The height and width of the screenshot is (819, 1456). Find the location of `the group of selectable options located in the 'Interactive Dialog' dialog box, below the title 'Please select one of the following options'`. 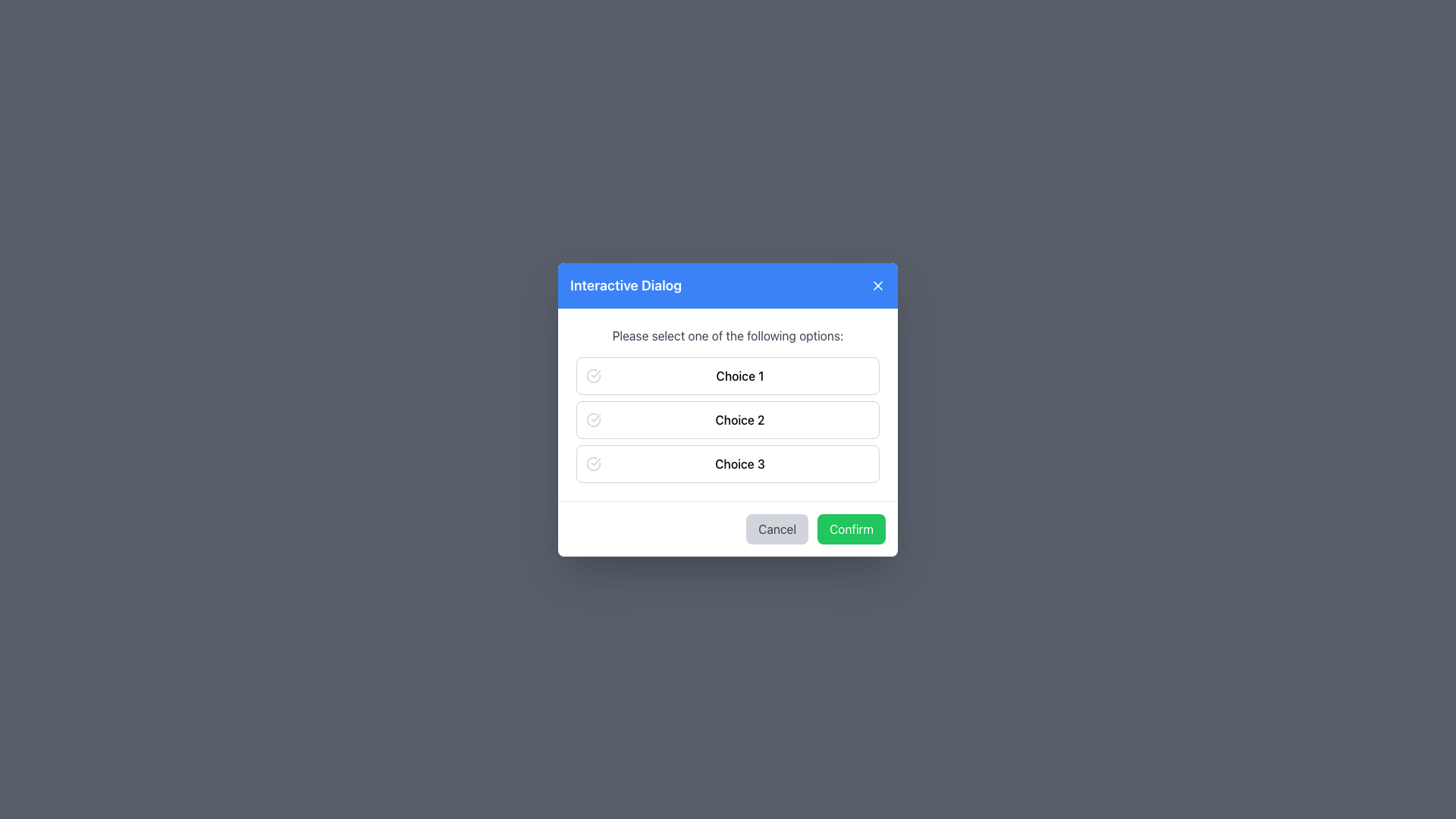

the group of selectable options located in the 'Interactive Dialog' dialog box, below the title 'Please select one of the following options' is located at coordinates (728, 419).